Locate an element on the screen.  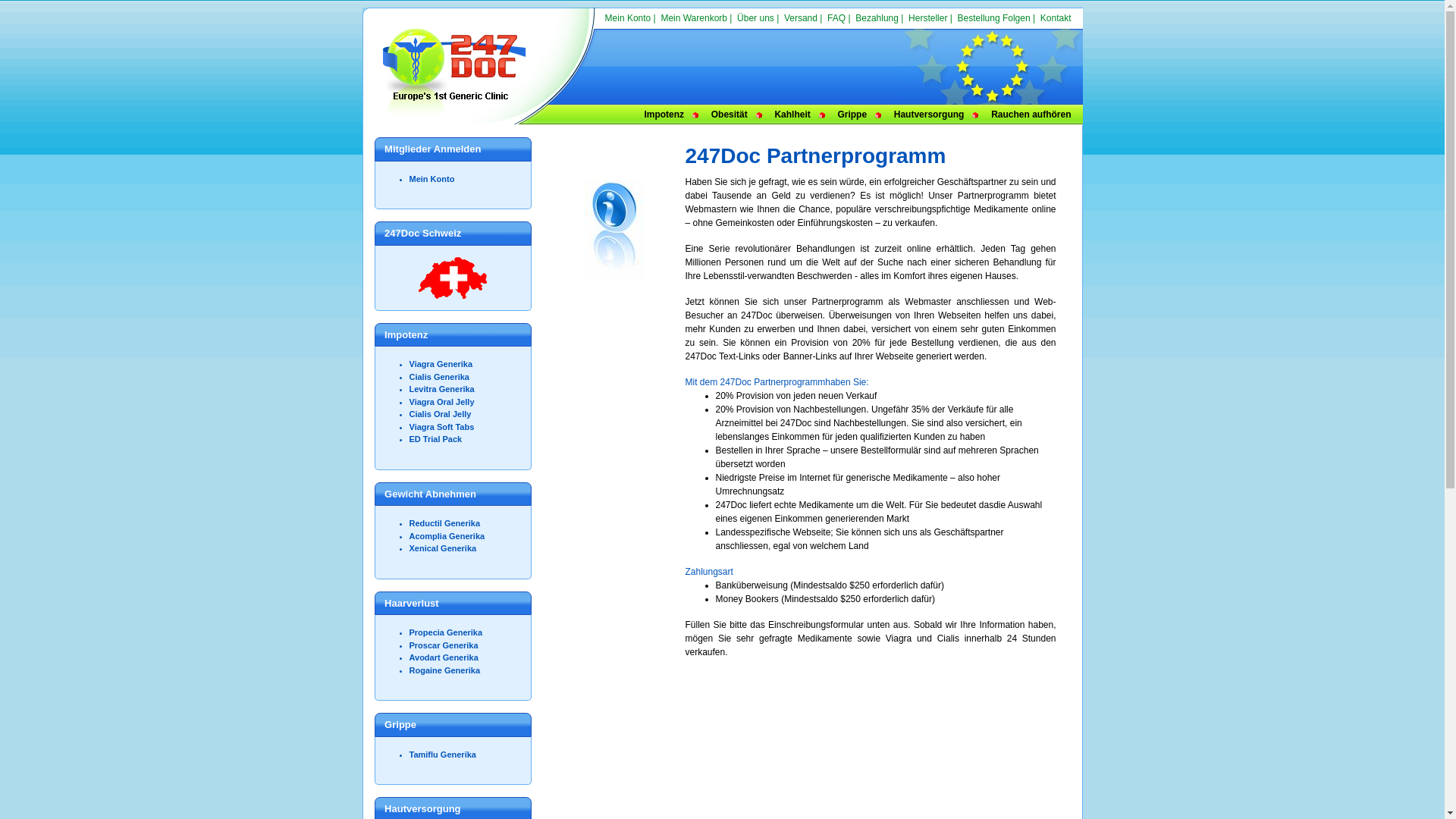
'ED Trial Pack' is located at coordinates (435, 438).